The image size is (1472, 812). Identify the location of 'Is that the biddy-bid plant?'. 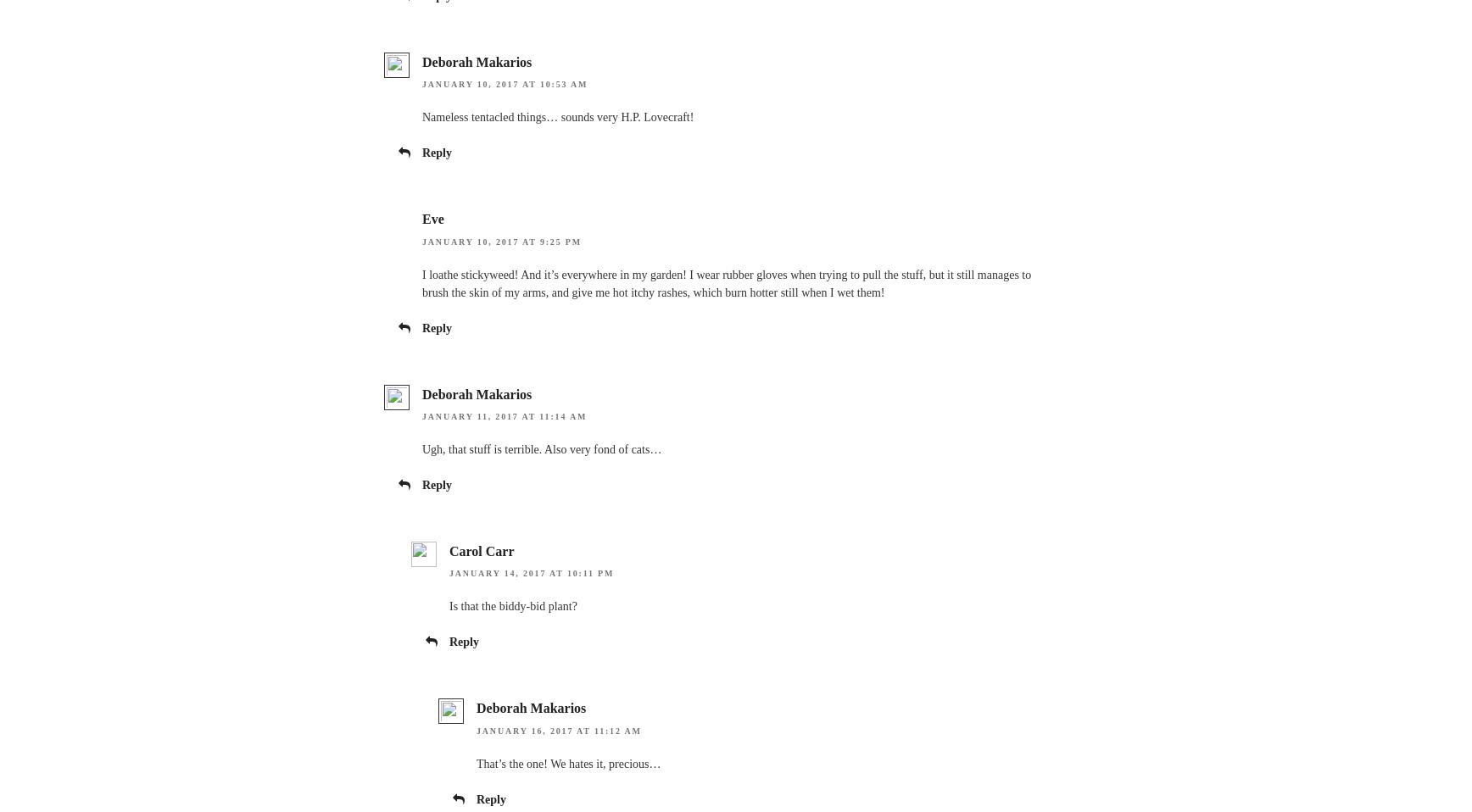
(512, 605).